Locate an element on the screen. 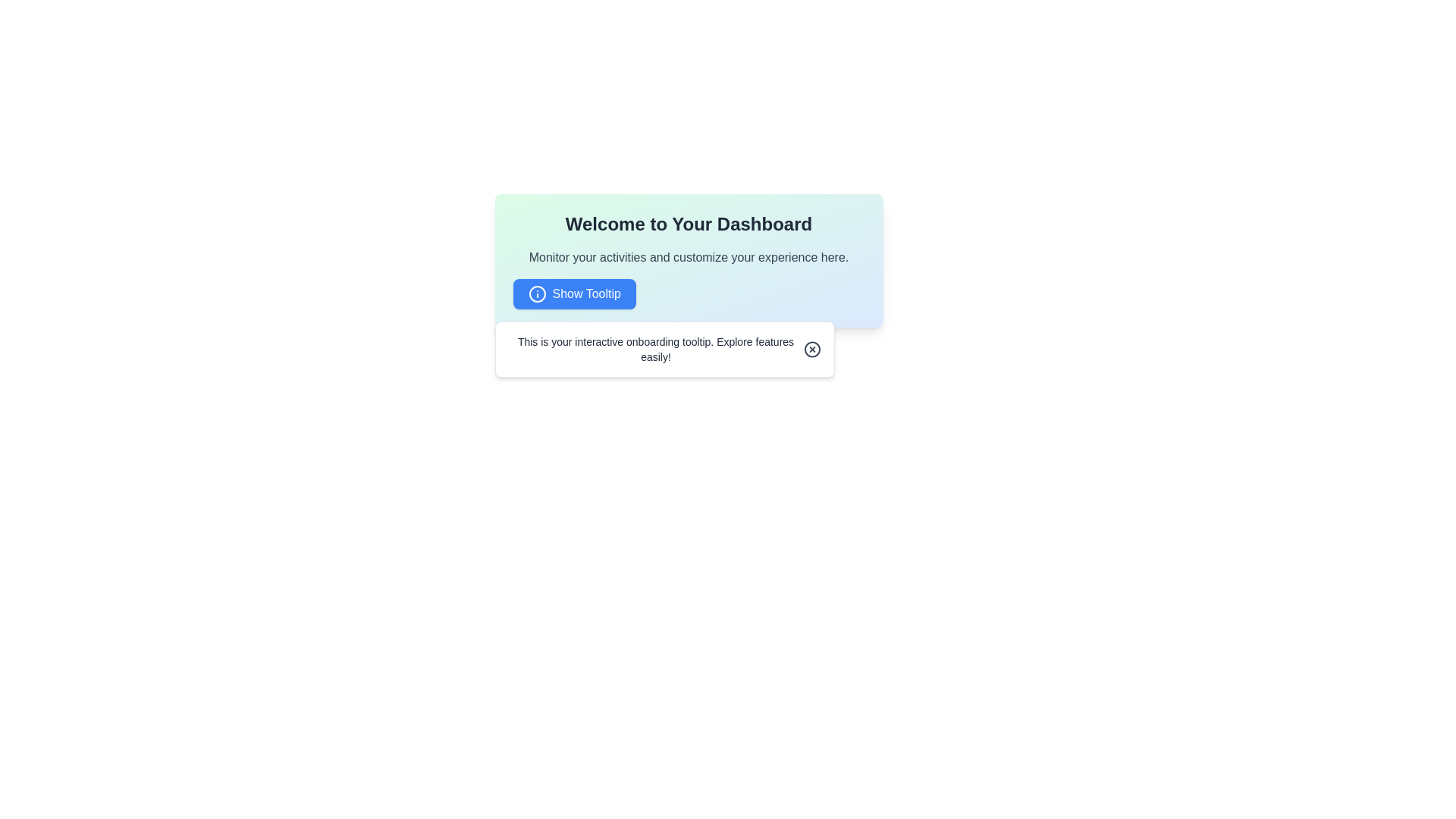 This screenshot has height=819, width=1456. descriptive static text that states 'Monitor your activities and customize your experience here.', which is styled in gray and positioned between a title above and a button labeled 'Show Tooltip' below is located at coordinates (688, 256).